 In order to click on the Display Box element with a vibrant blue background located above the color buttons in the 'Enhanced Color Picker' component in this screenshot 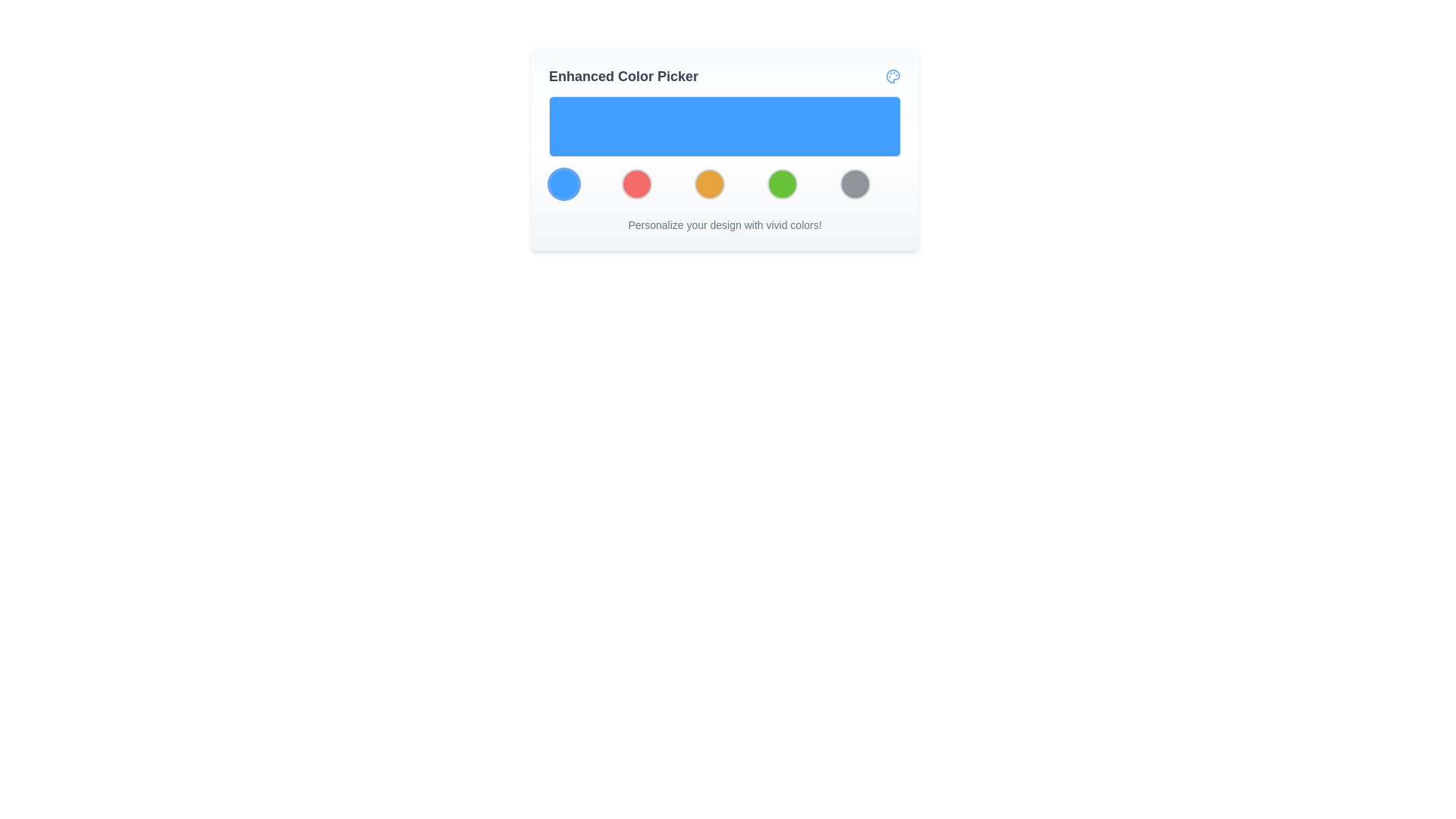, I will do `click(723, 148)`.